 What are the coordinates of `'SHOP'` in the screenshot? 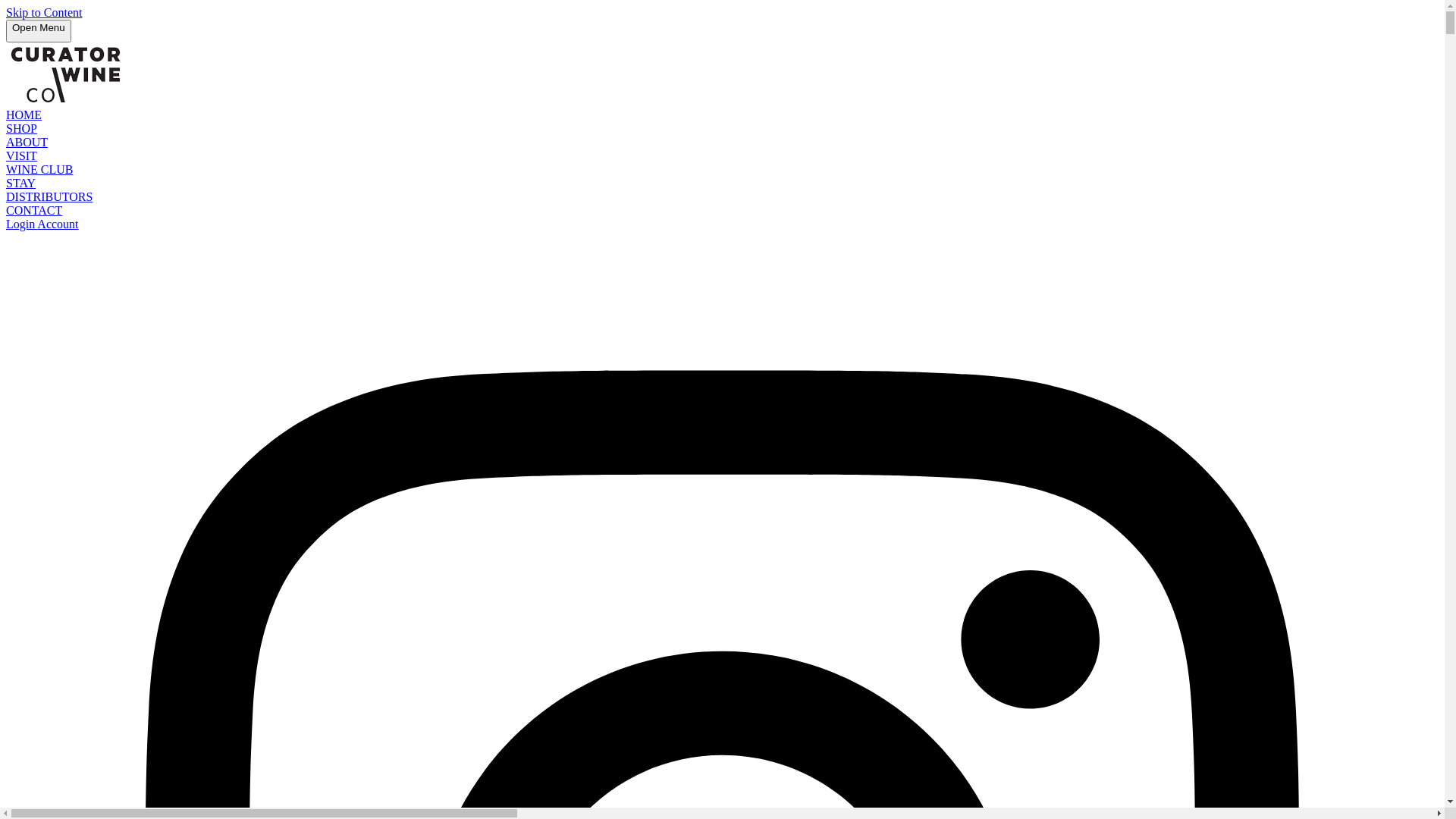 It's located at (21, 127).